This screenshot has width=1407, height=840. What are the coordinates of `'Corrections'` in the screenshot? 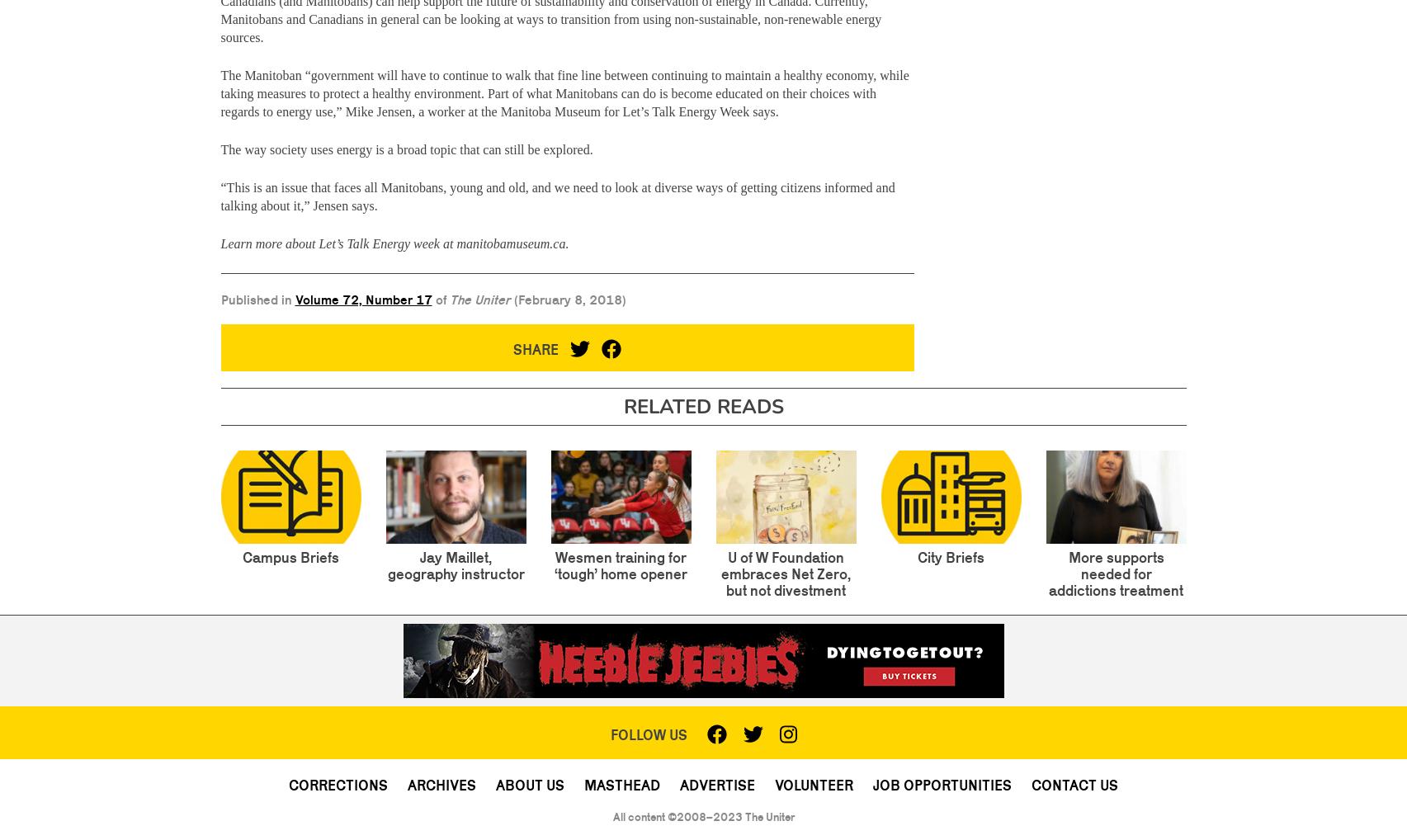 It's located at (338, 783).